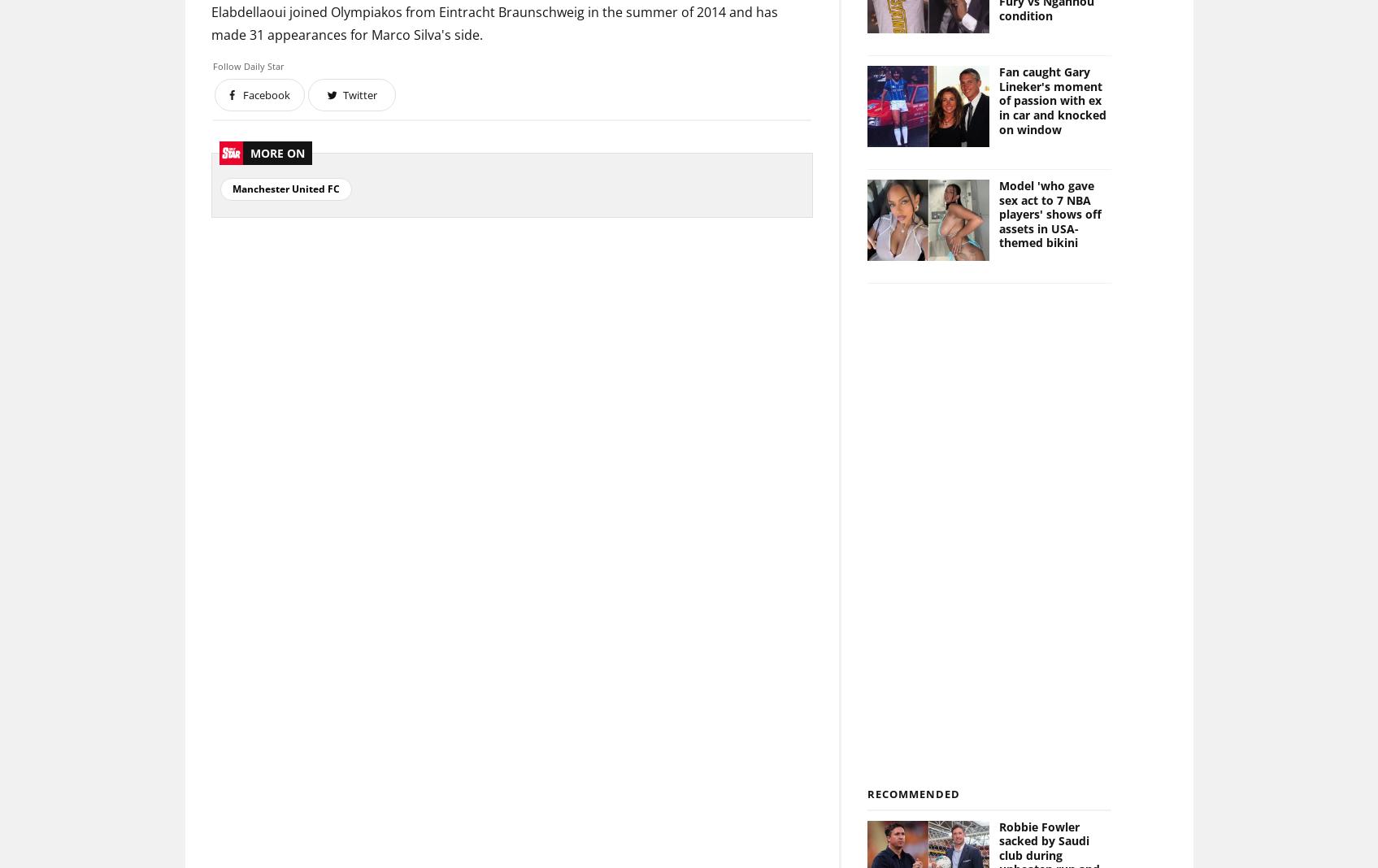 This screenshot has width=1378, height=868. Describe the element at coordinates (276, 153) in the screenshot. I see `'More On'` at that location.